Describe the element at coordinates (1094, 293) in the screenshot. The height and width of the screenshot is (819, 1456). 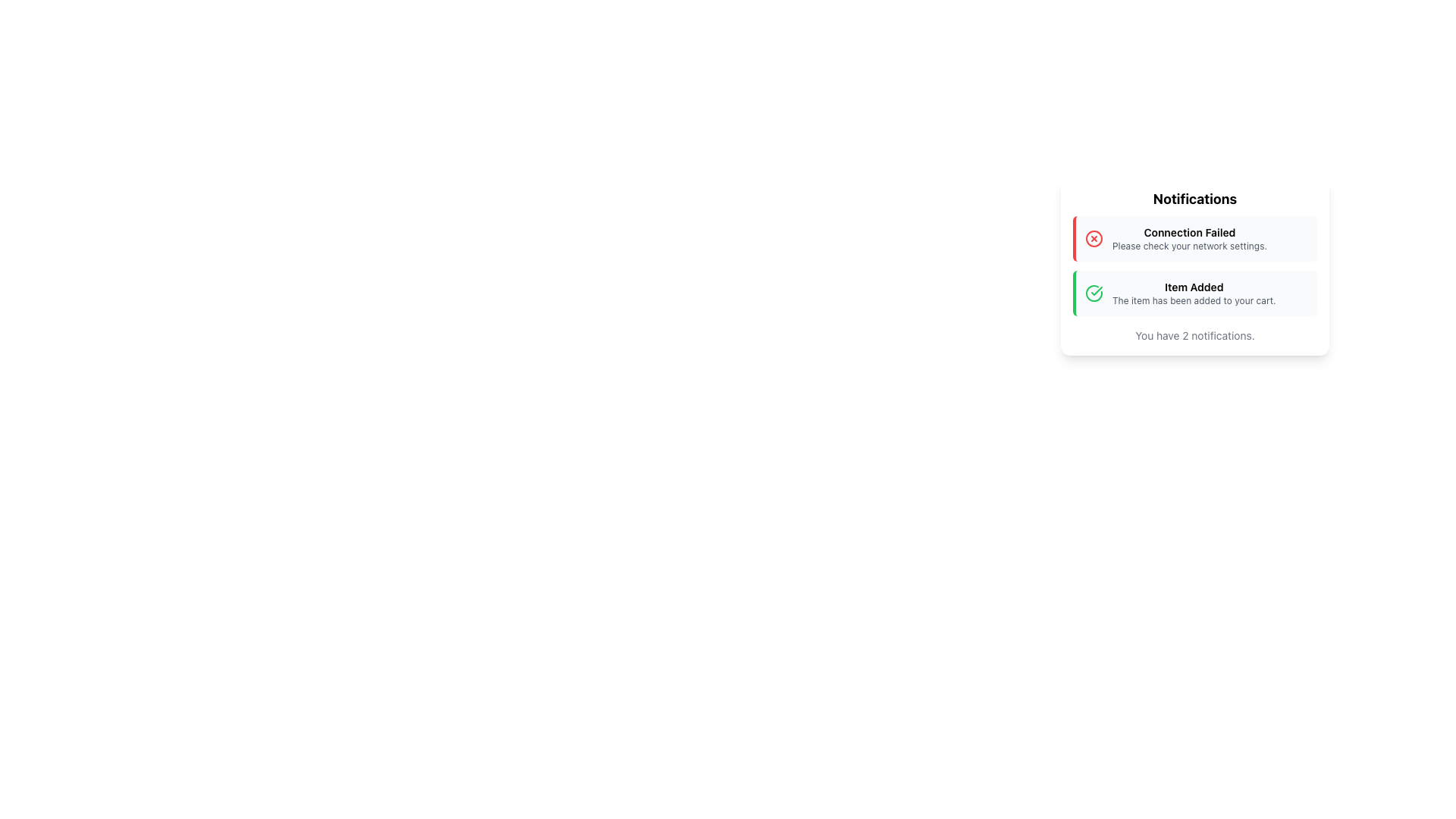
I see `the green circular icon with a check mark inside, located to the left of the 'Item Added' notification in the Notifications section to associate it with the related notification` at that location.